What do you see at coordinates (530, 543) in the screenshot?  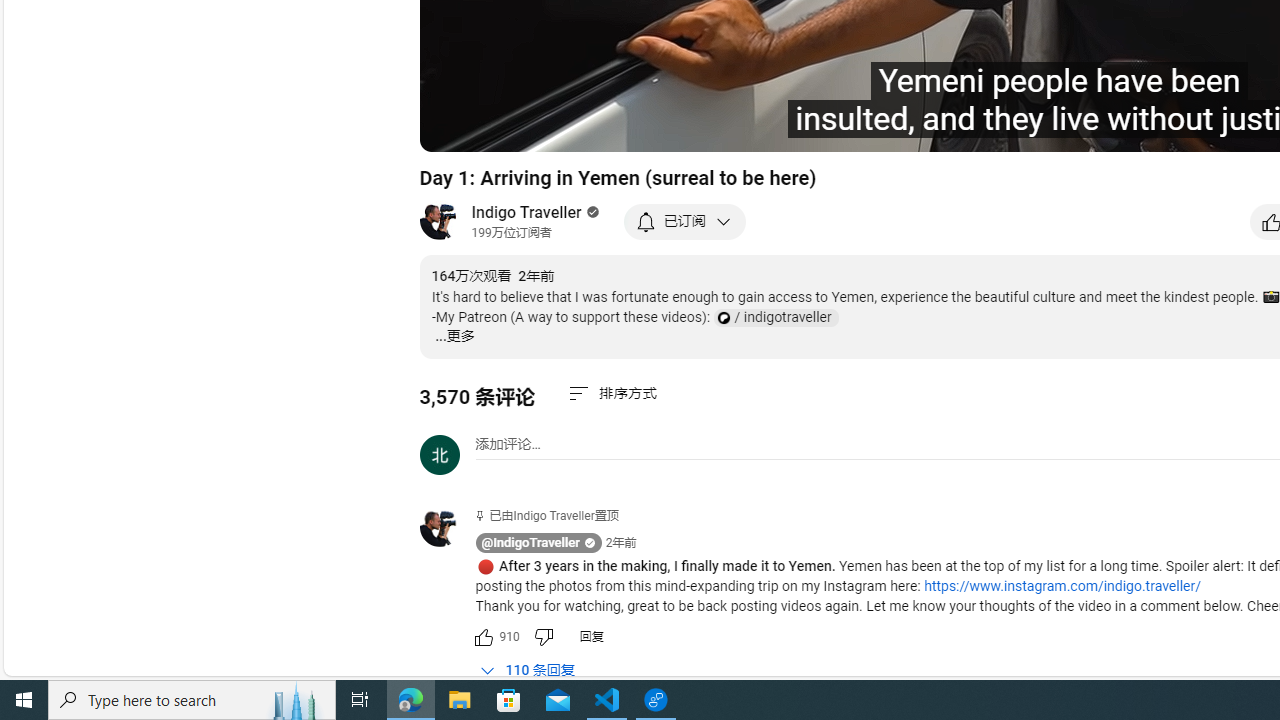 I see `'@IndigoTraveller'` at bounding box center [530, 543].